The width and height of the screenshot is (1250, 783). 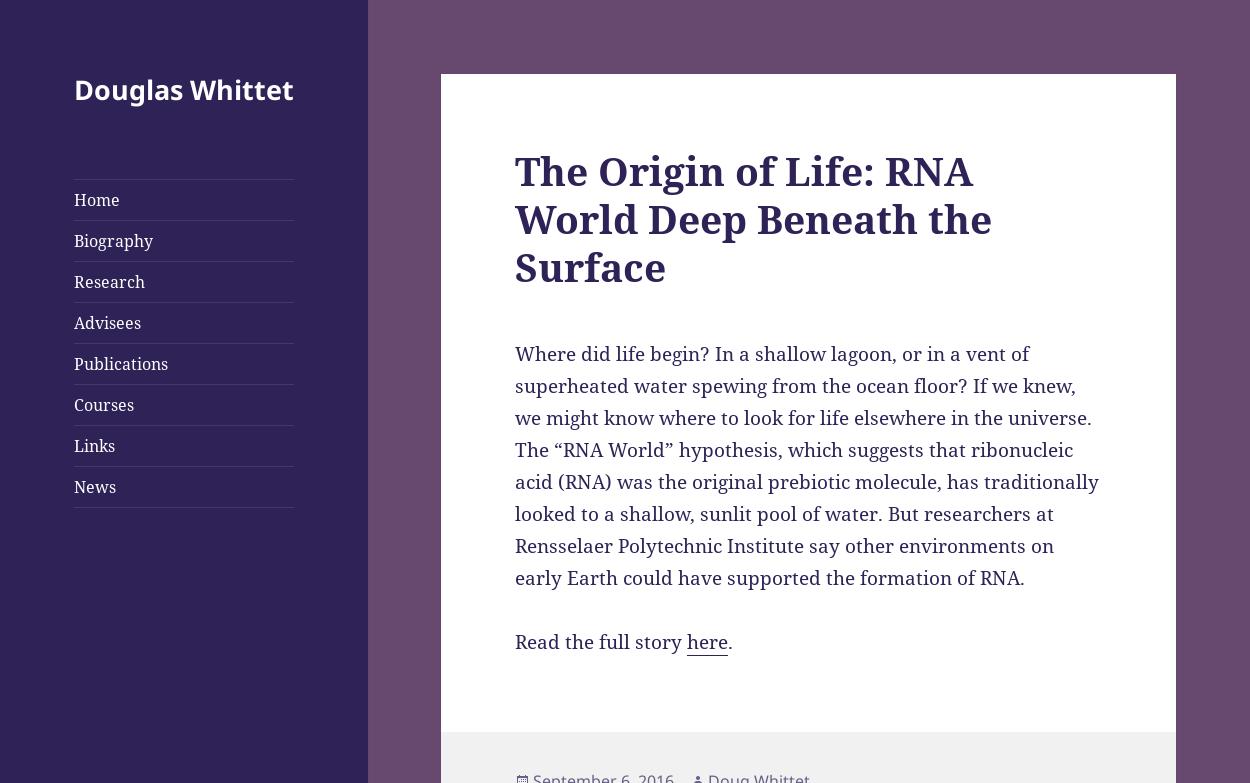 I want to click on 'Publications', so click(x=119, y=364).